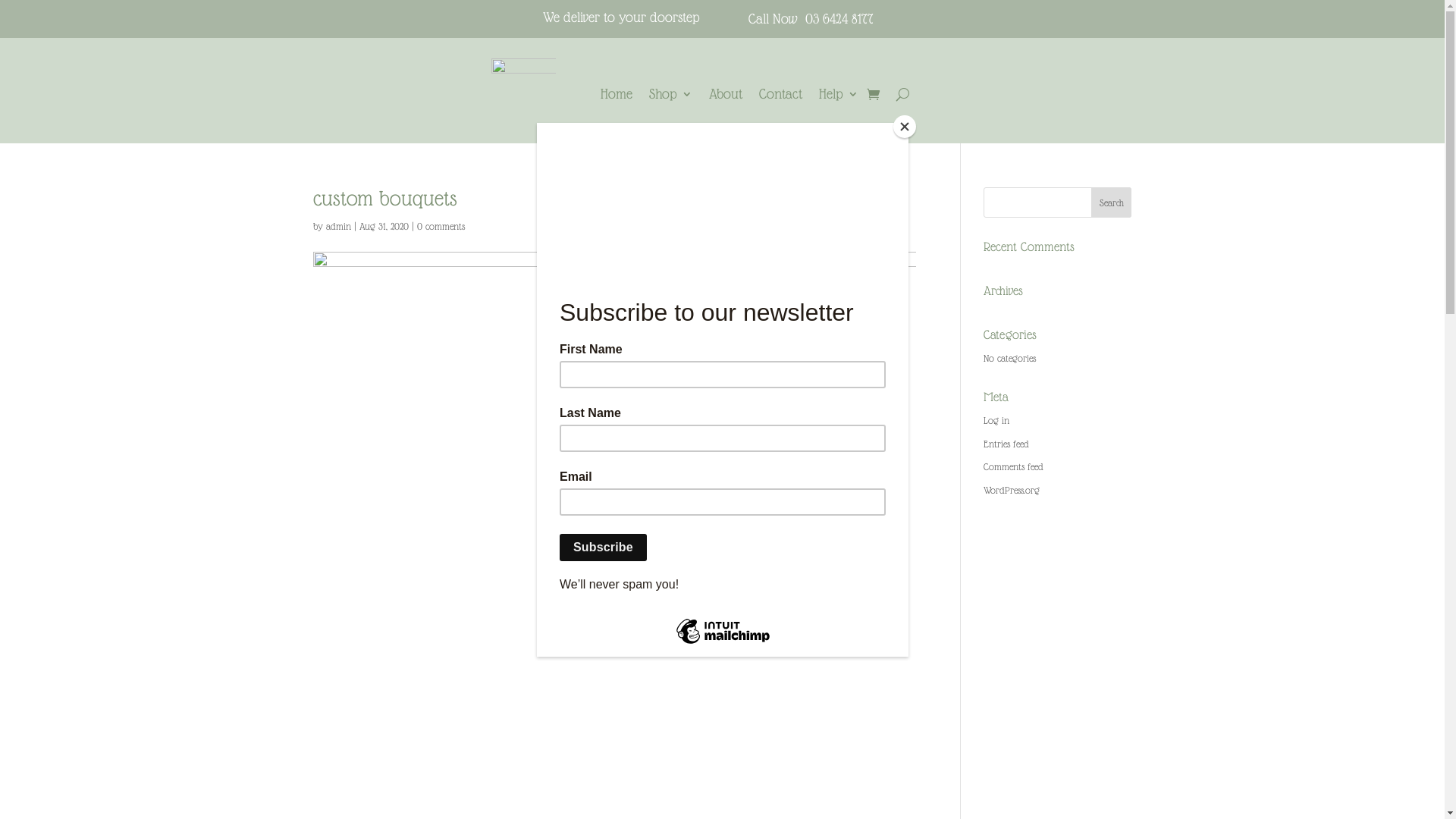 This screenshot has width=1456, height=819. What do you see at coordinates (1013, 466) in the screenshot?
I see `'Comments feed'` at bounding box center [1013, 466].